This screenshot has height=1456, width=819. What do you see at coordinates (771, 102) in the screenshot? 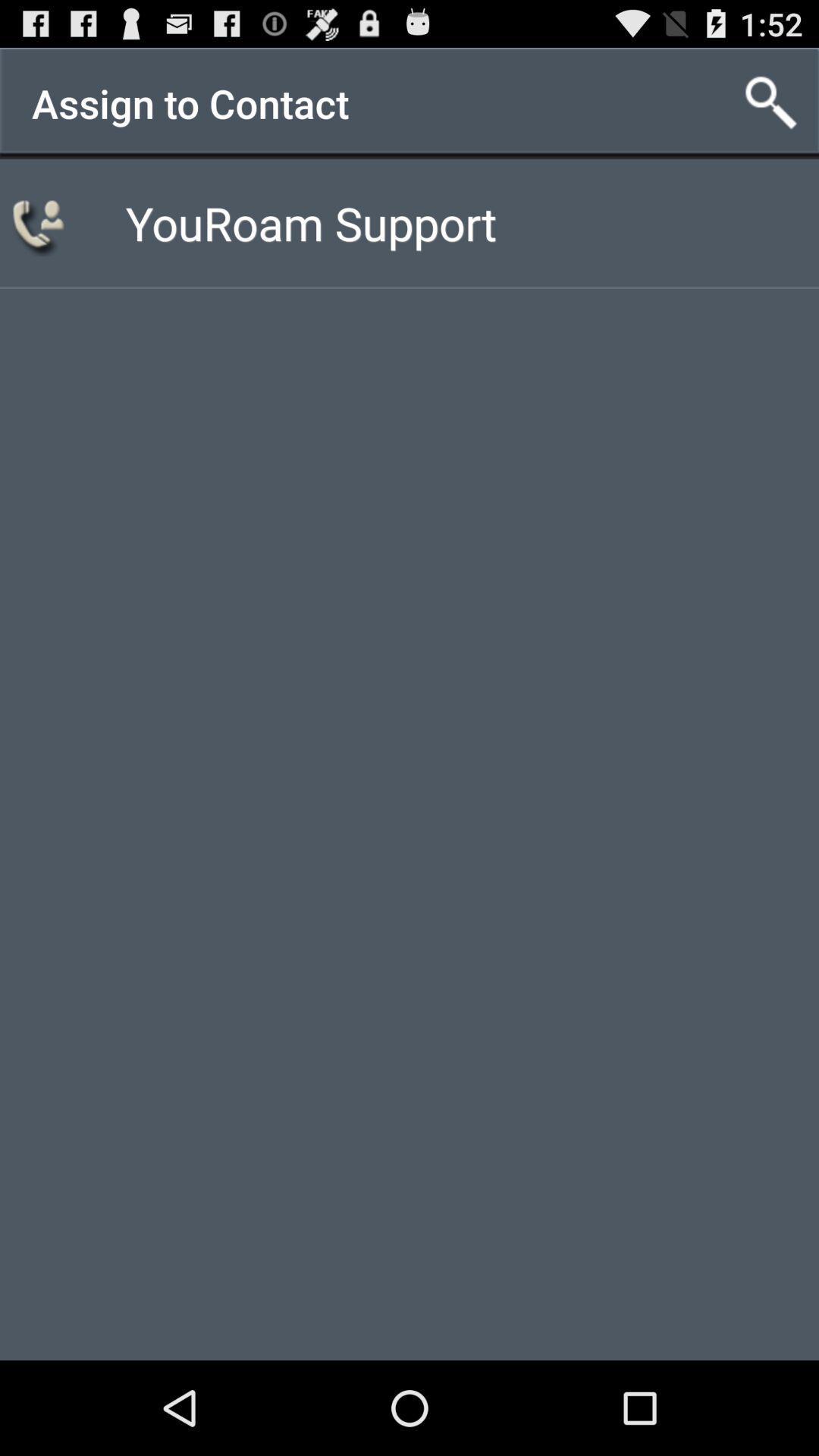
I see `the item next to assign to contact` at bounding box center [771, 102].